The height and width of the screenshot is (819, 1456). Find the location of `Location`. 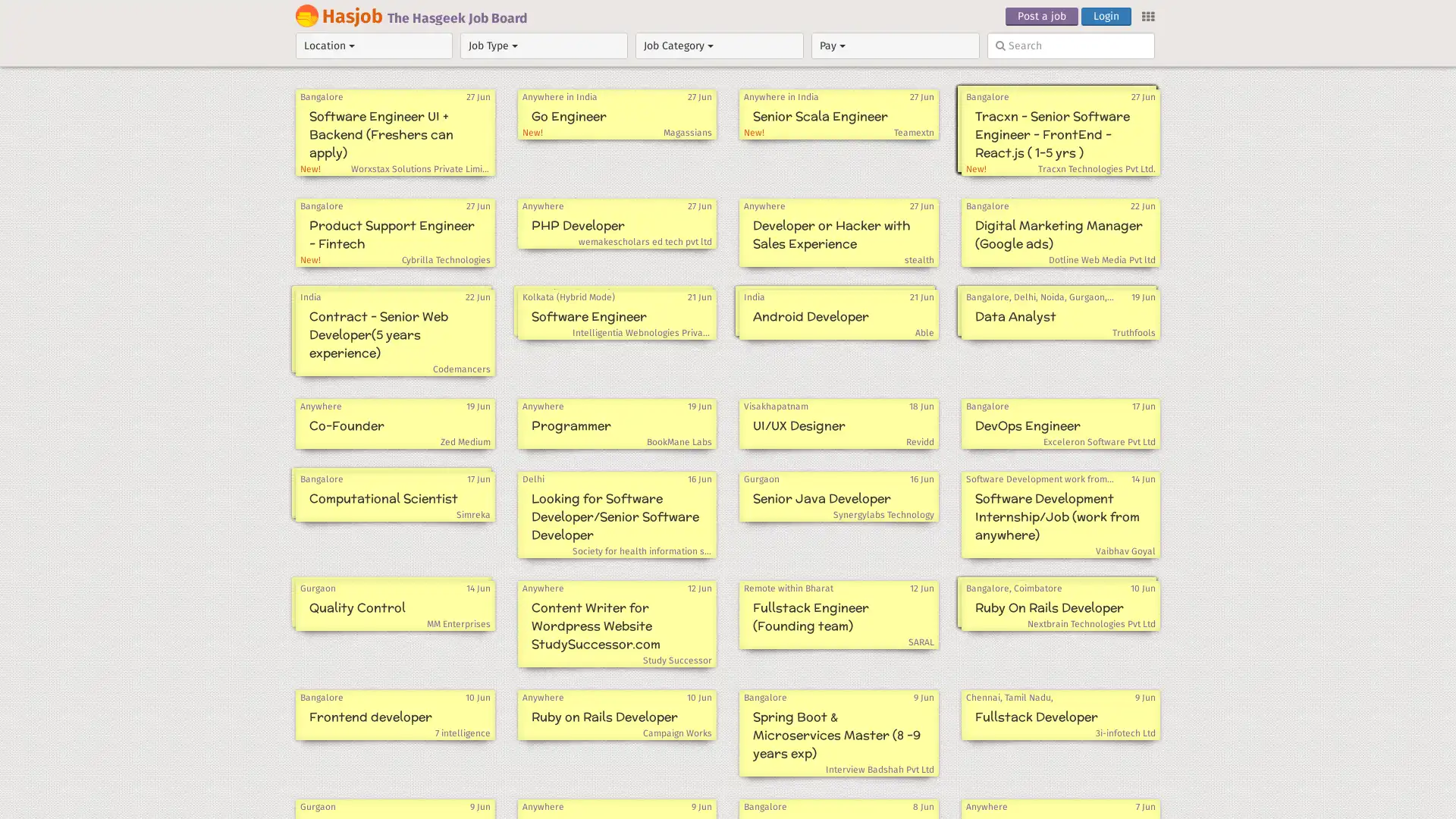

Location is located at coordinates (374, 45).